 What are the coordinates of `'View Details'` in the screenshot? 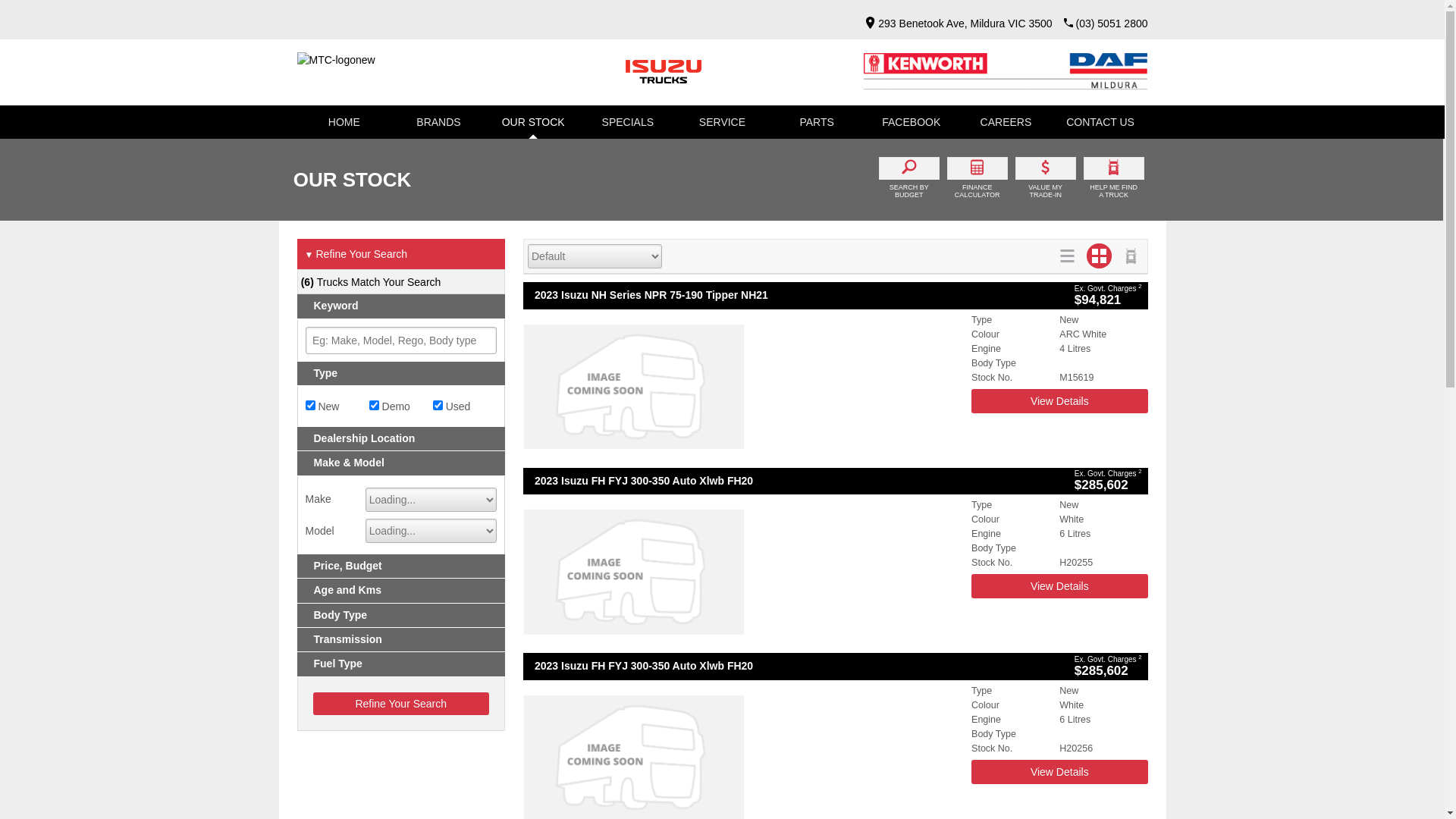 It's located at (1058, 400).